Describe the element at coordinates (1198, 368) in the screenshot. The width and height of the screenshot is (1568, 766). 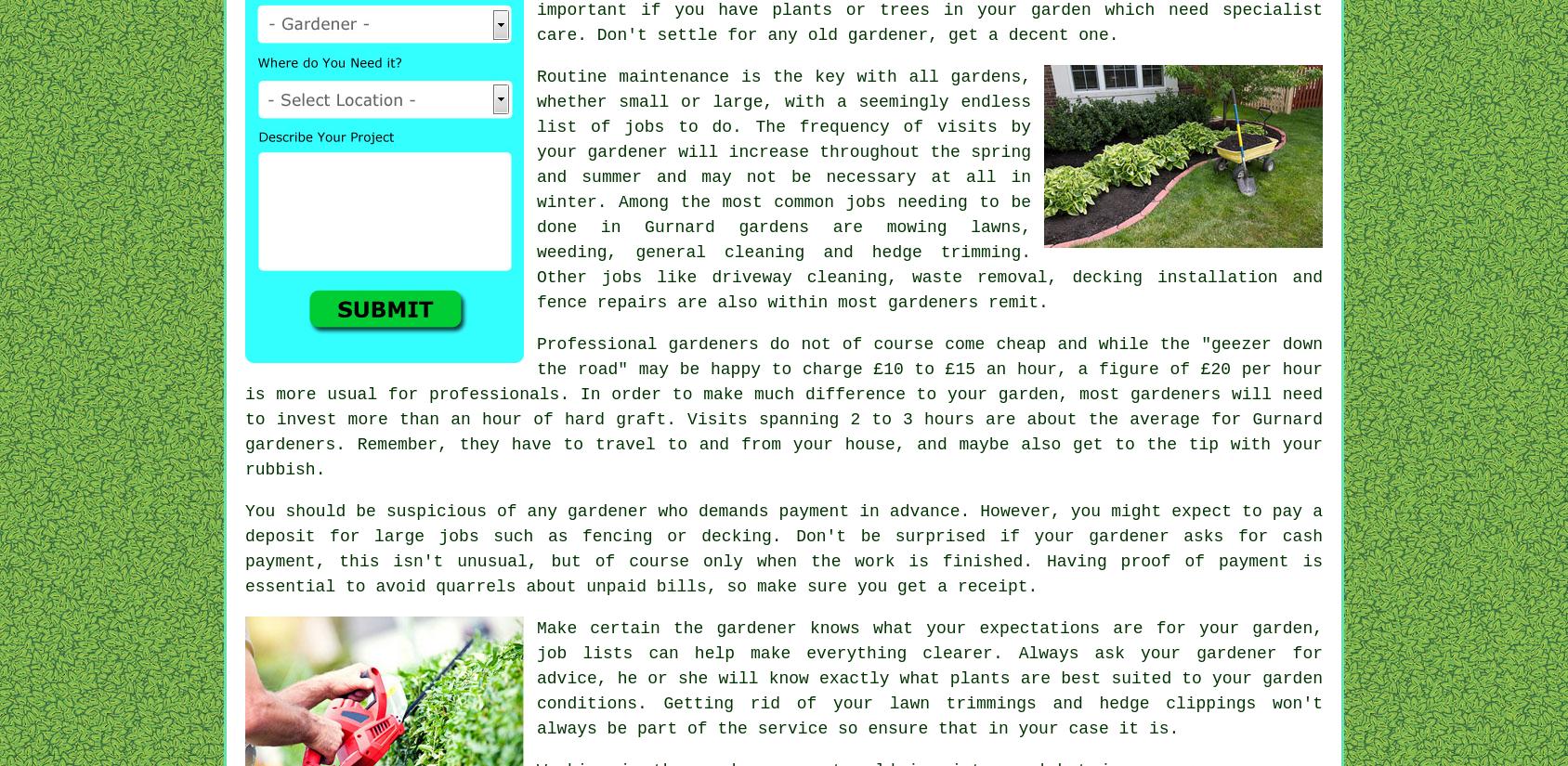
I see `'£20 per hour'` at that location.